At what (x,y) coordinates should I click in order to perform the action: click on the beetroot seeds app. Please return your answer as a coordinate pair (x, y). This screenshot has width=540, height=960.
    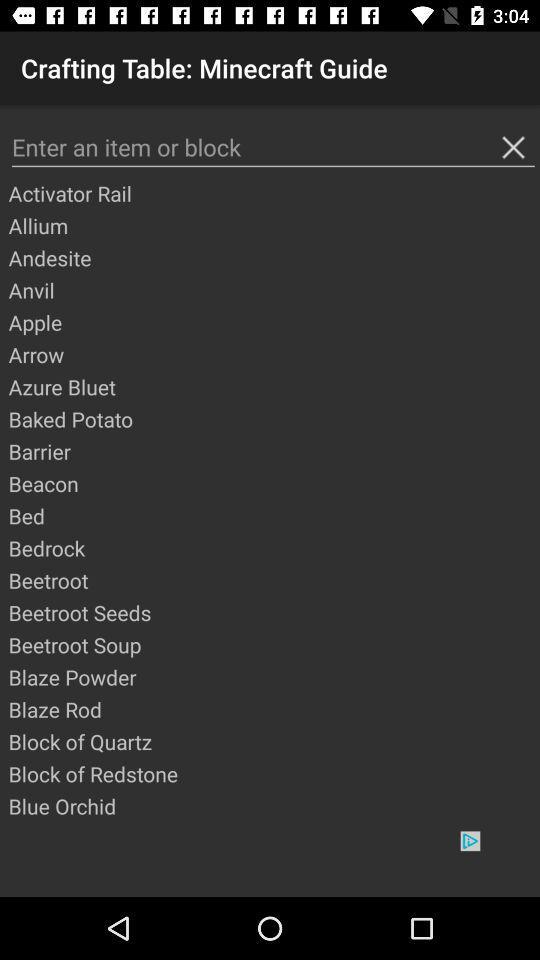
    Looking at the image, I should click on (272, 611).